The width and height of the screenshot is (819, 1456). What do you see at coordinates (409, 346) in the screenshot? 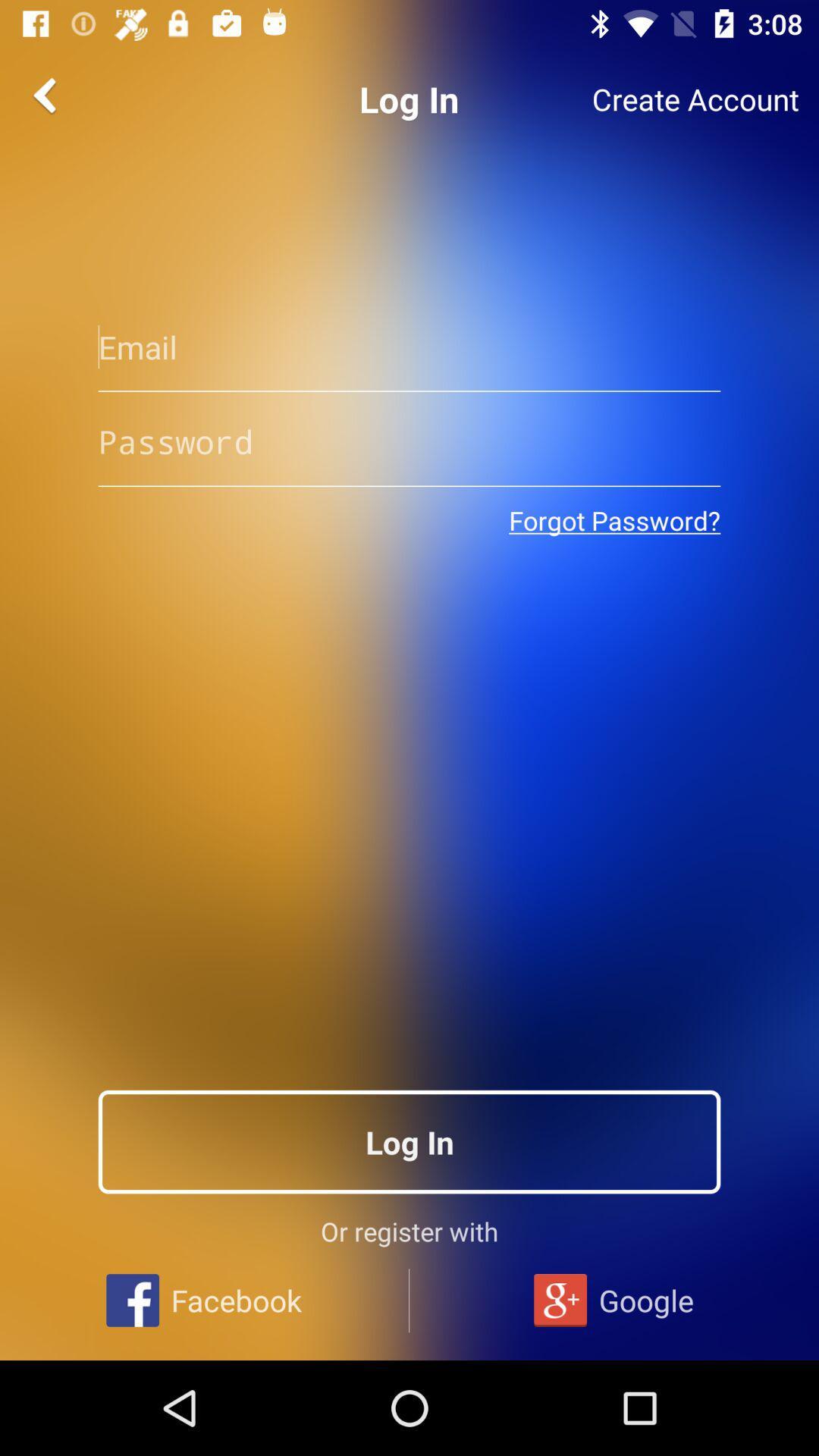
I see `type your email address here` at bounding box center [409, 346].